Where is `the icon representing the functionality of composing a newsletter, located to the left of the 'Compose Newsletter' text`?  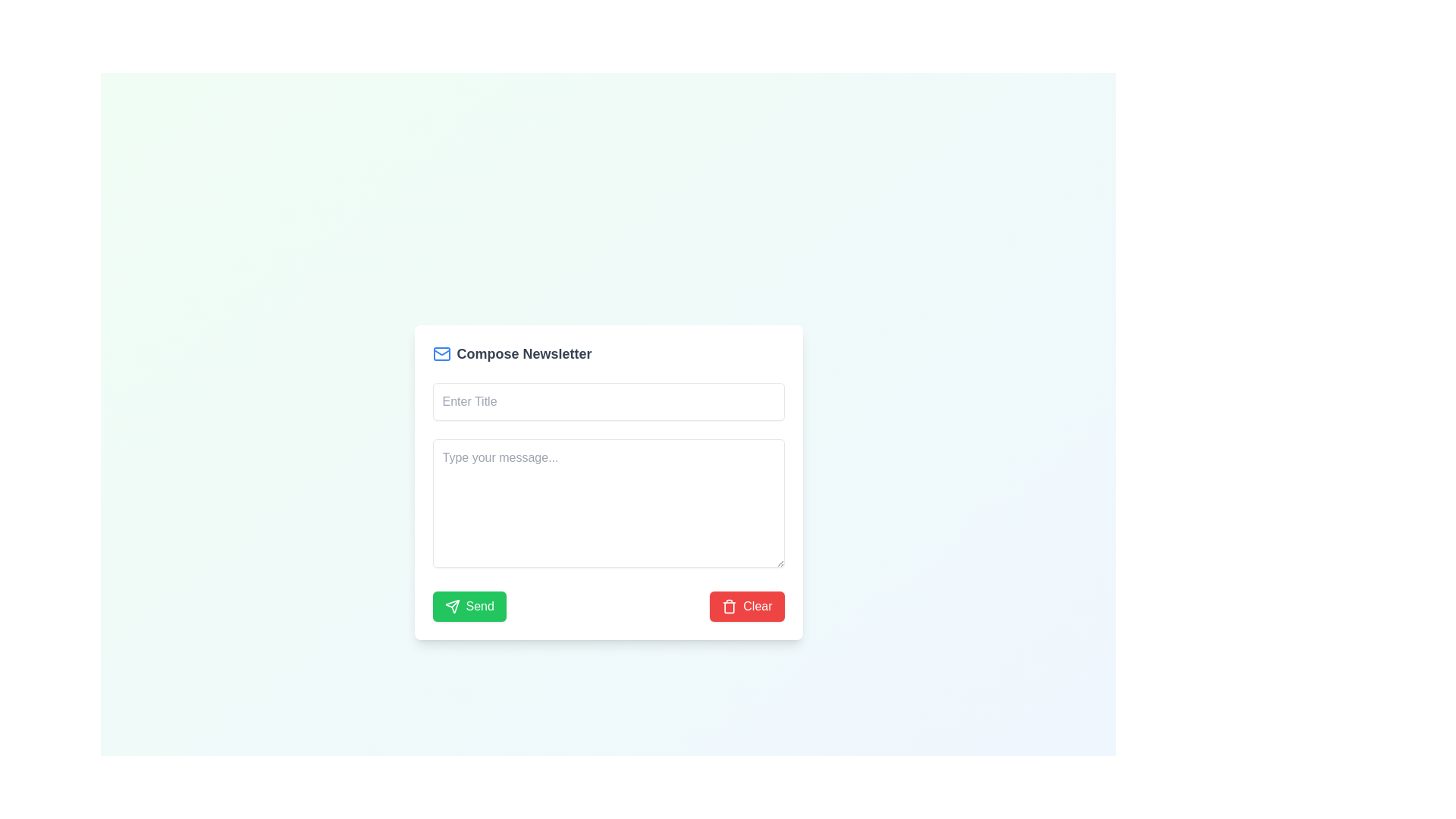
the icon representing the functionality of composing a newsletter, located to the left of the 'Compose Newsletter' text is located at coordinates (441, 353).